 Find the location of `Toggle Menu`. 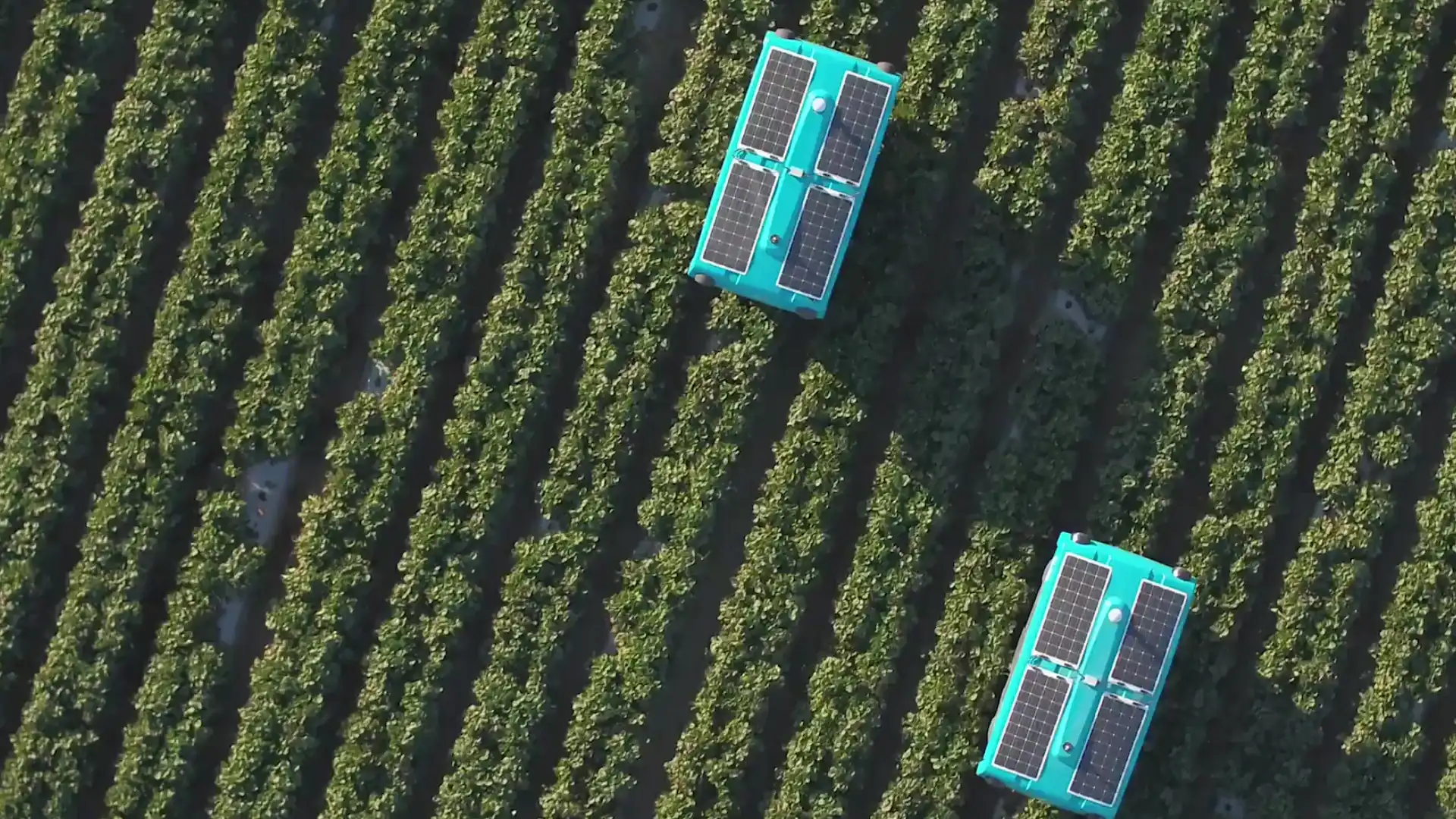

Toggle Menu is located at coordinates (1376, 49).